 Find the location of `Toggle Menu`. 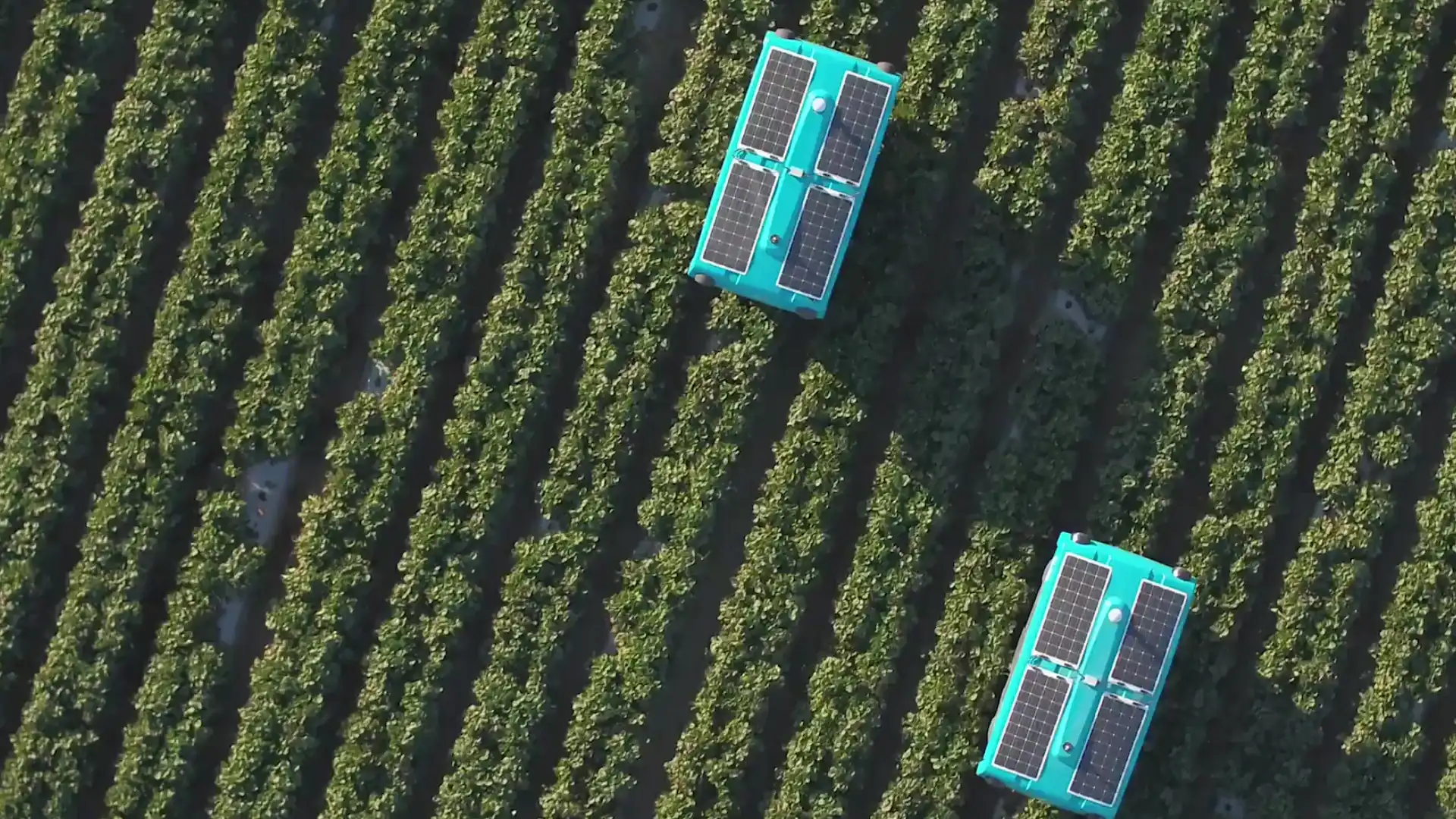

Toggle Menu is located at coordinates (1376, 49).